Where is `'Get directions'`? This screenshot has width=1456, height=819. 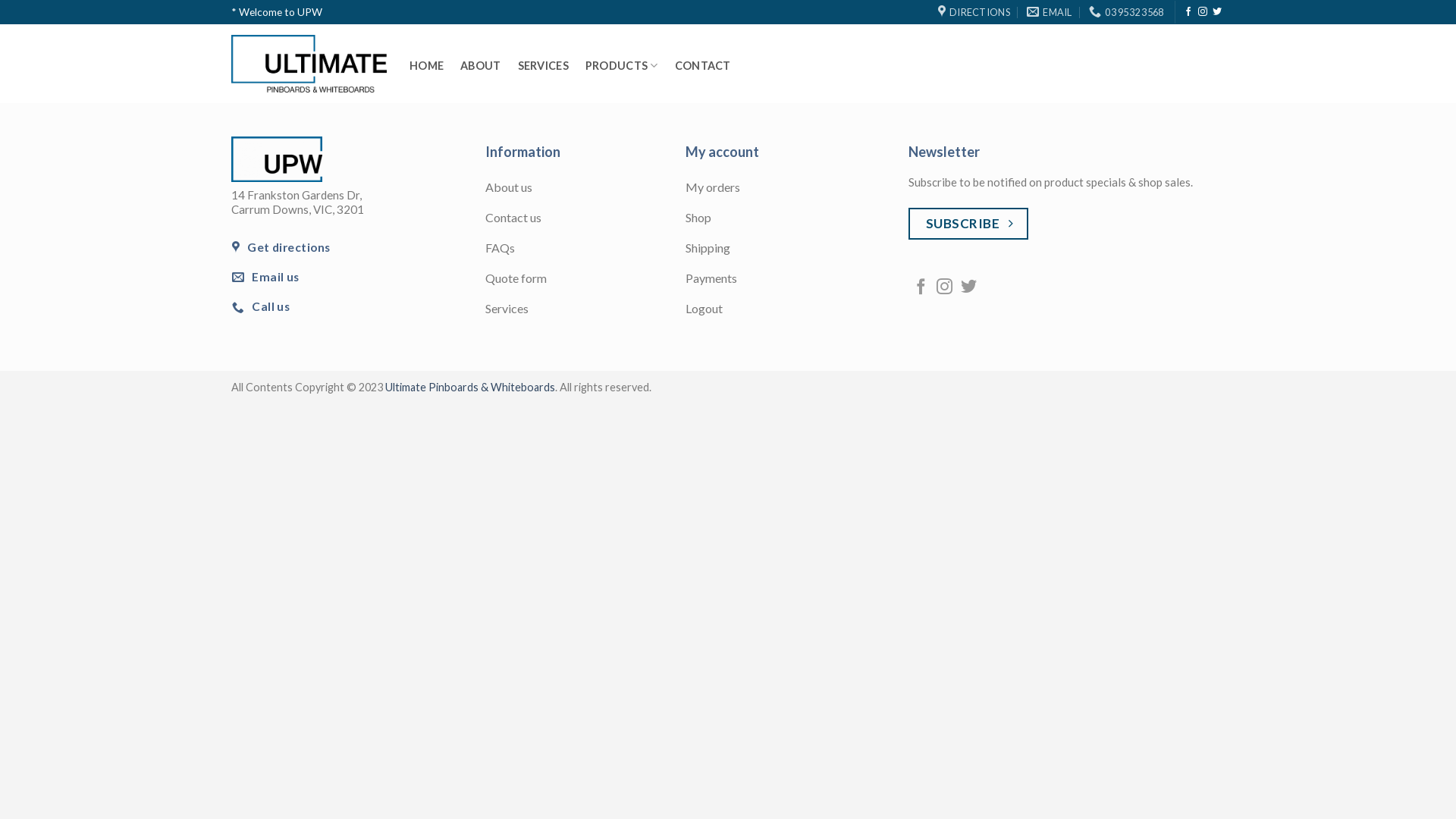 'Get directions' is located at coordinates (281, 246).